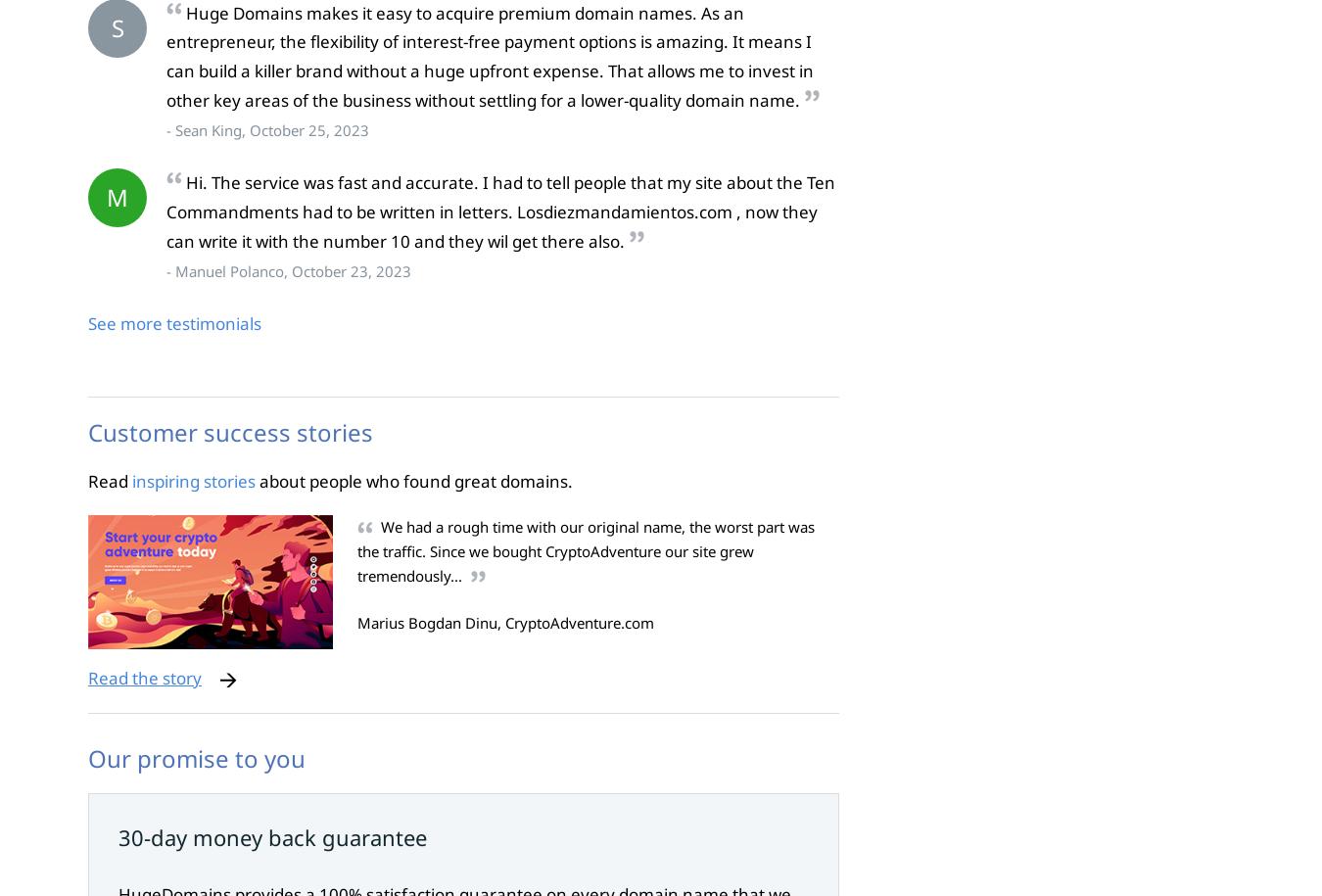  I want to click on 'Marius Bogdan Dinu, CryptoAdventure.com', so click(504, 623).